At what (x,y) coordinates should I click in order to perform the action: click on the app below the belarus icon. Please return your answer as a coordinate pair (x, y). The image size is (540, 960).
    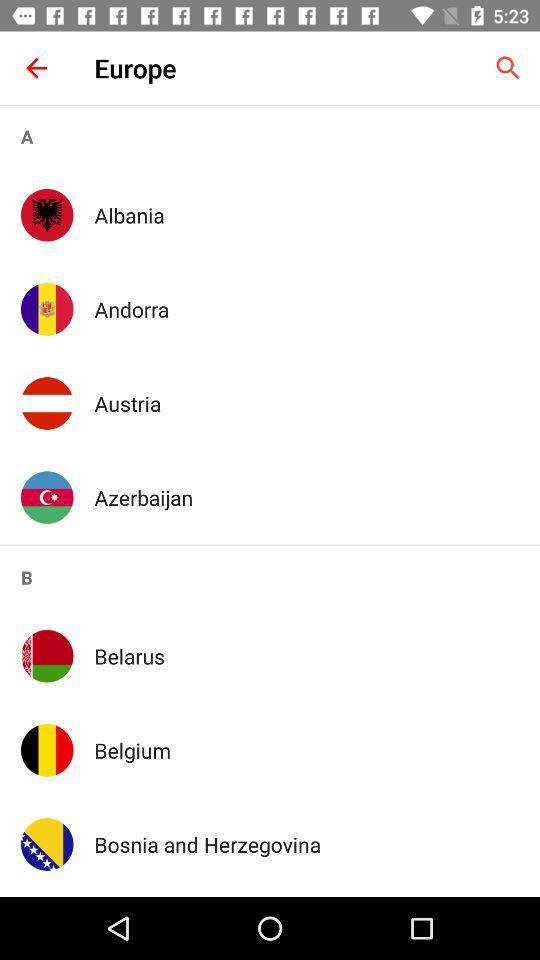
    Looking at the image, I should click on (306, 749).